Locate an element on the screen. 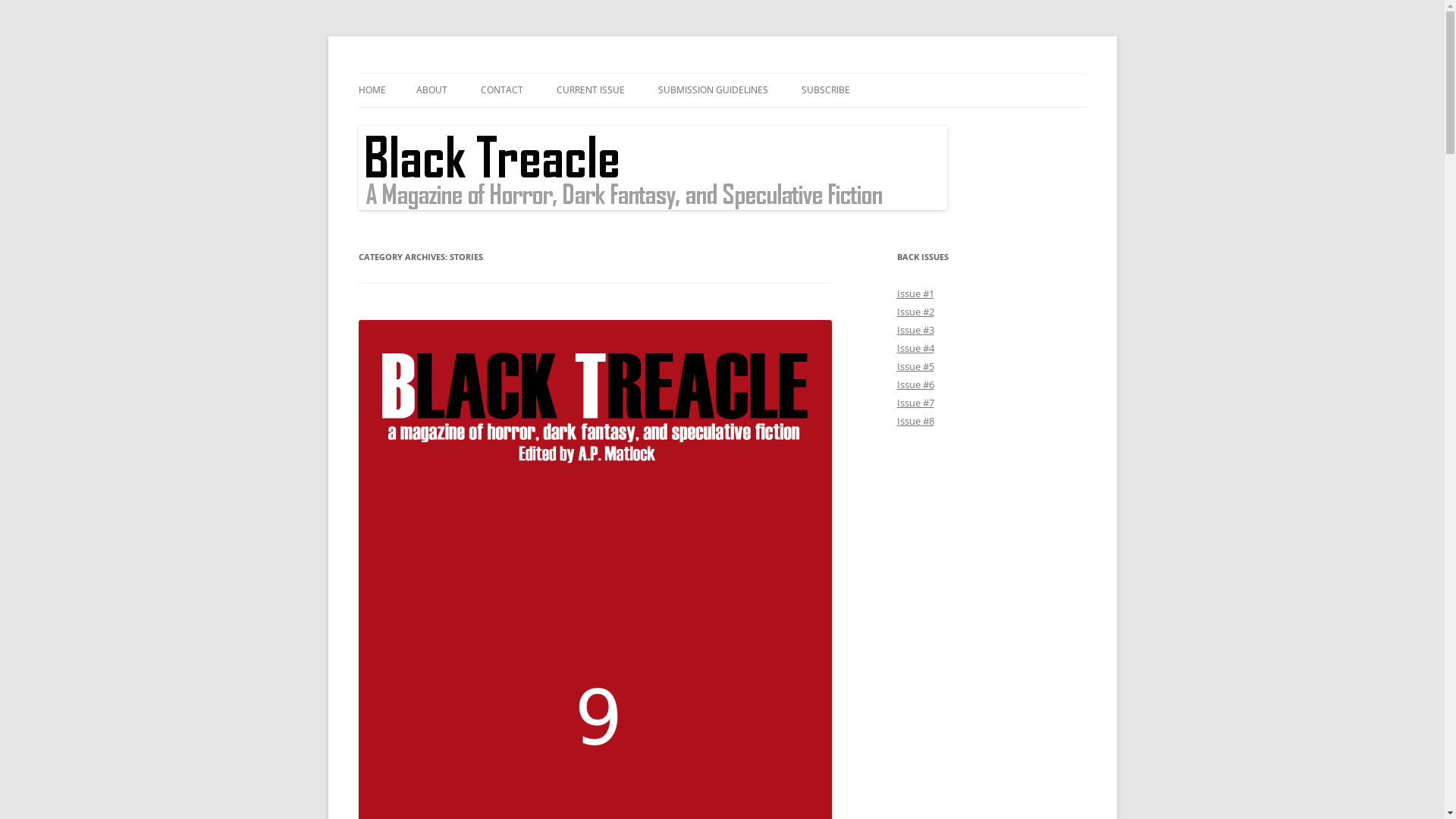  'SUBMISSION GUIDELINES' is located at coordinates (658, 90).